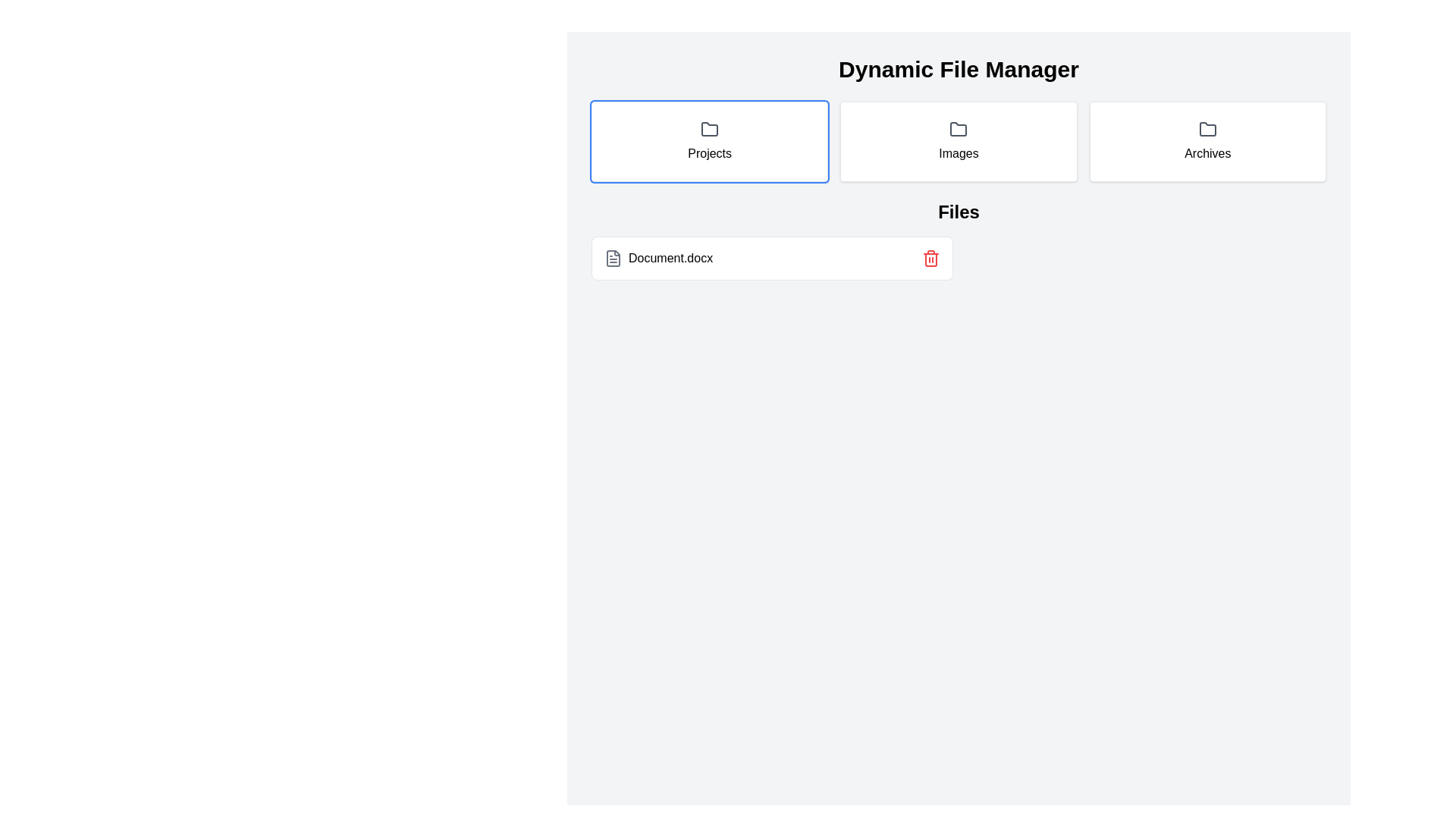 This screenshot has width=1456, height=819. What do you see at coordinates (709, 128) in the screenshot?
I see `the folder icon representing the 'Projects' section, which is located at the top left corner of the 'Files' section` at bounding box center [709, 128].